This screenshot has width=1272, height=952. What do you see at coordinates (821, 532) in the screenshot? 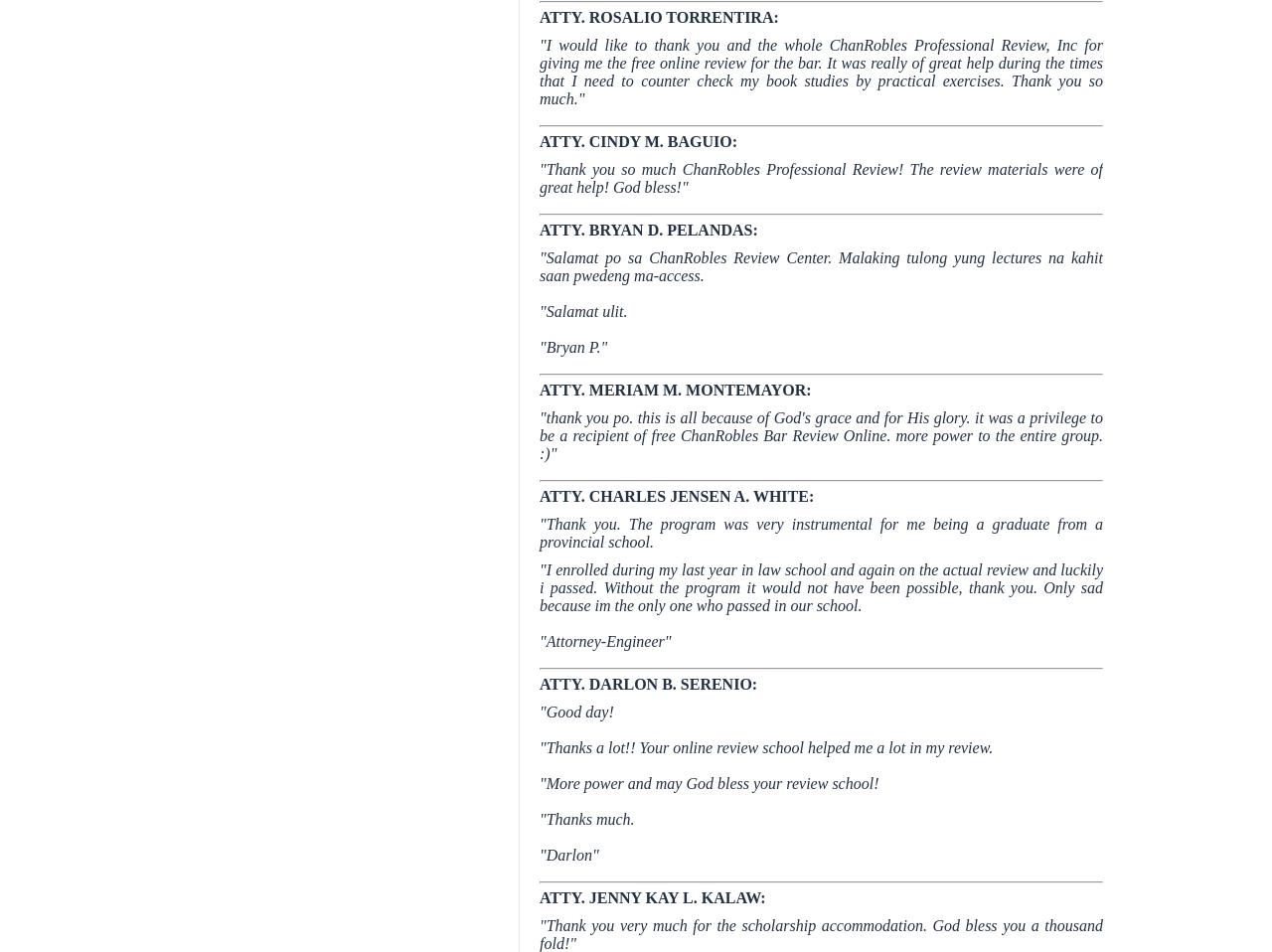
I see `'"Thank you. The program was very instrumental for me being a graduate from a provincial school.'` at bounding box center [821, 532].